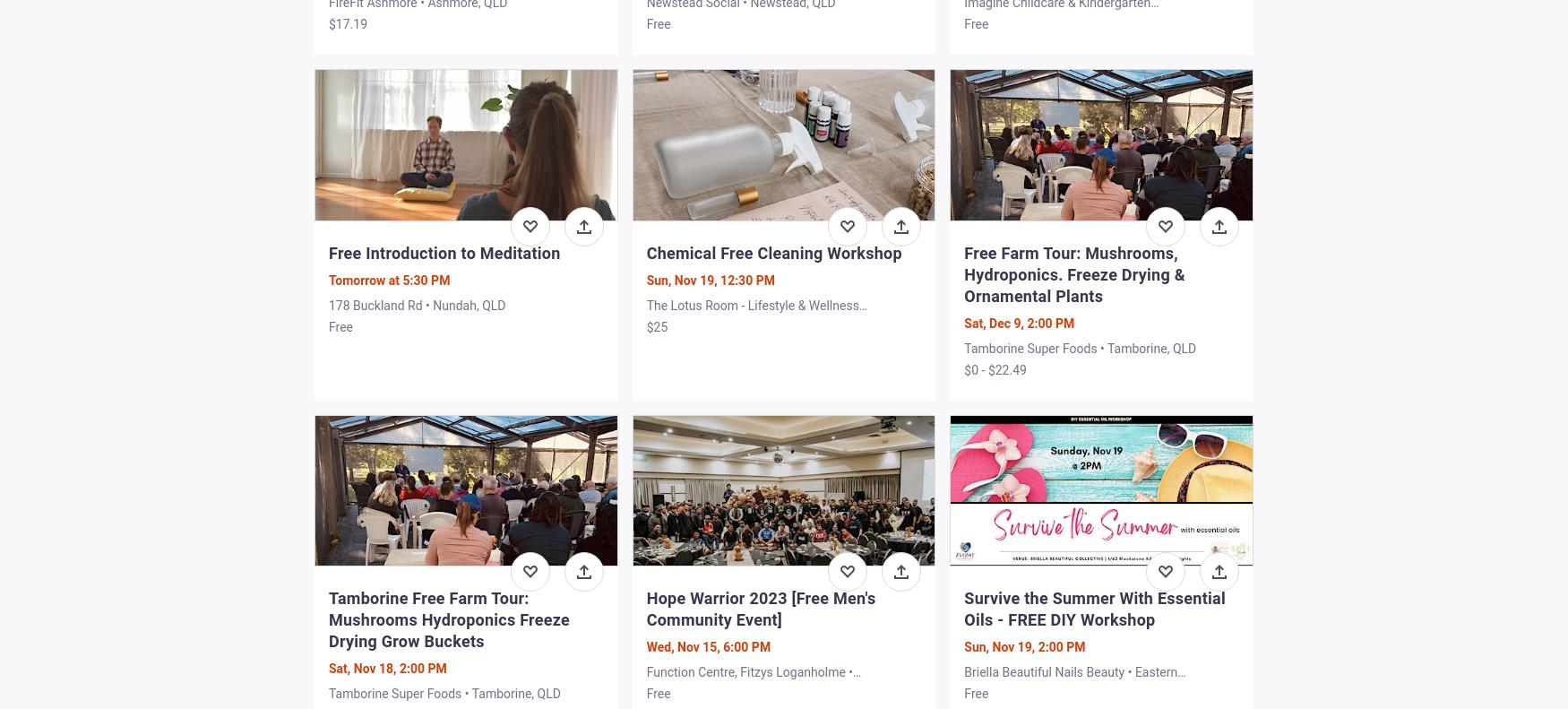 This screenshot has width=1568, height=709. Describe the element at coordinates (417, 304) in the screenshot. I see `'178 Buckland Rd • Nundah, QLD'` at that location.